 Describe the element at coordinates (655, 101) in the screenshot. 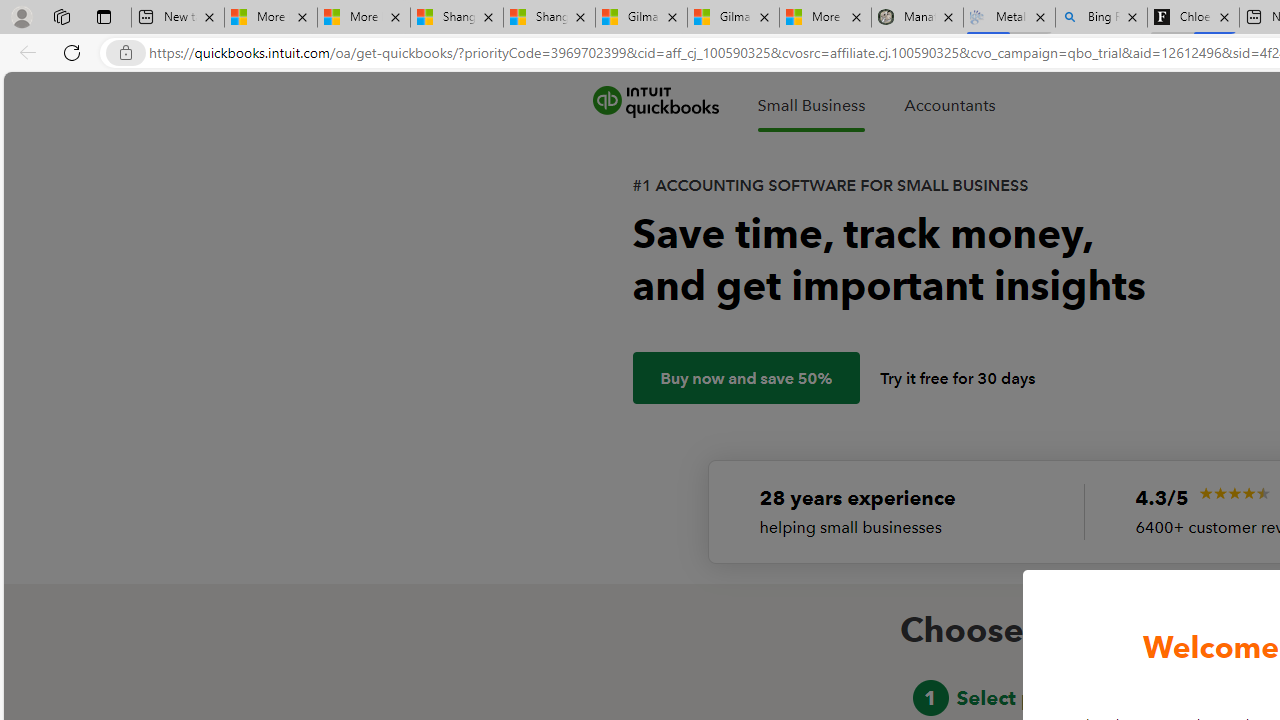

I see `'quickbooks'` at that location.